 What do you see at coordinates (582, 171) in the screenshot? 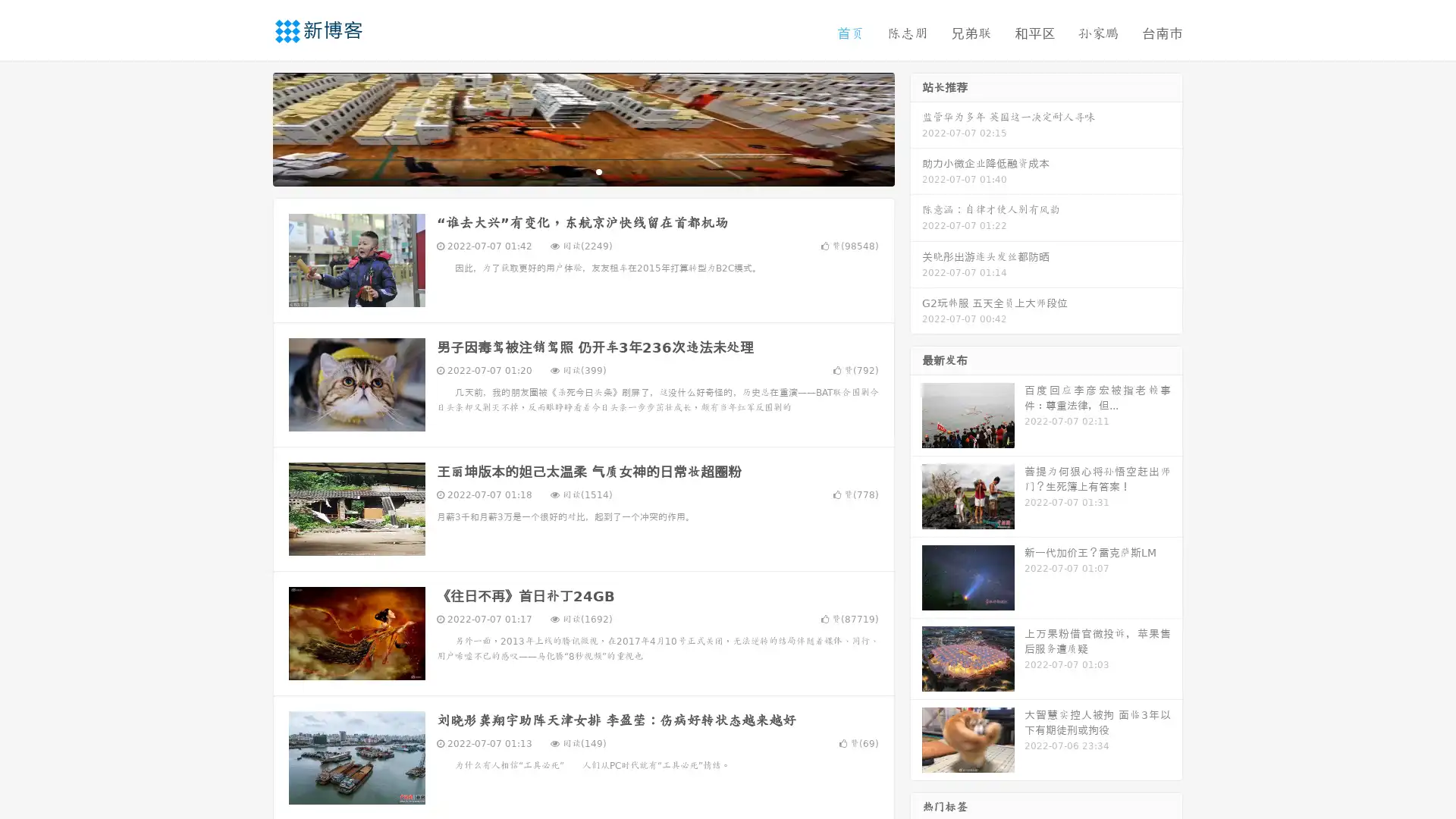
I see `Go to slide 2` at bounding box center [582, 171].